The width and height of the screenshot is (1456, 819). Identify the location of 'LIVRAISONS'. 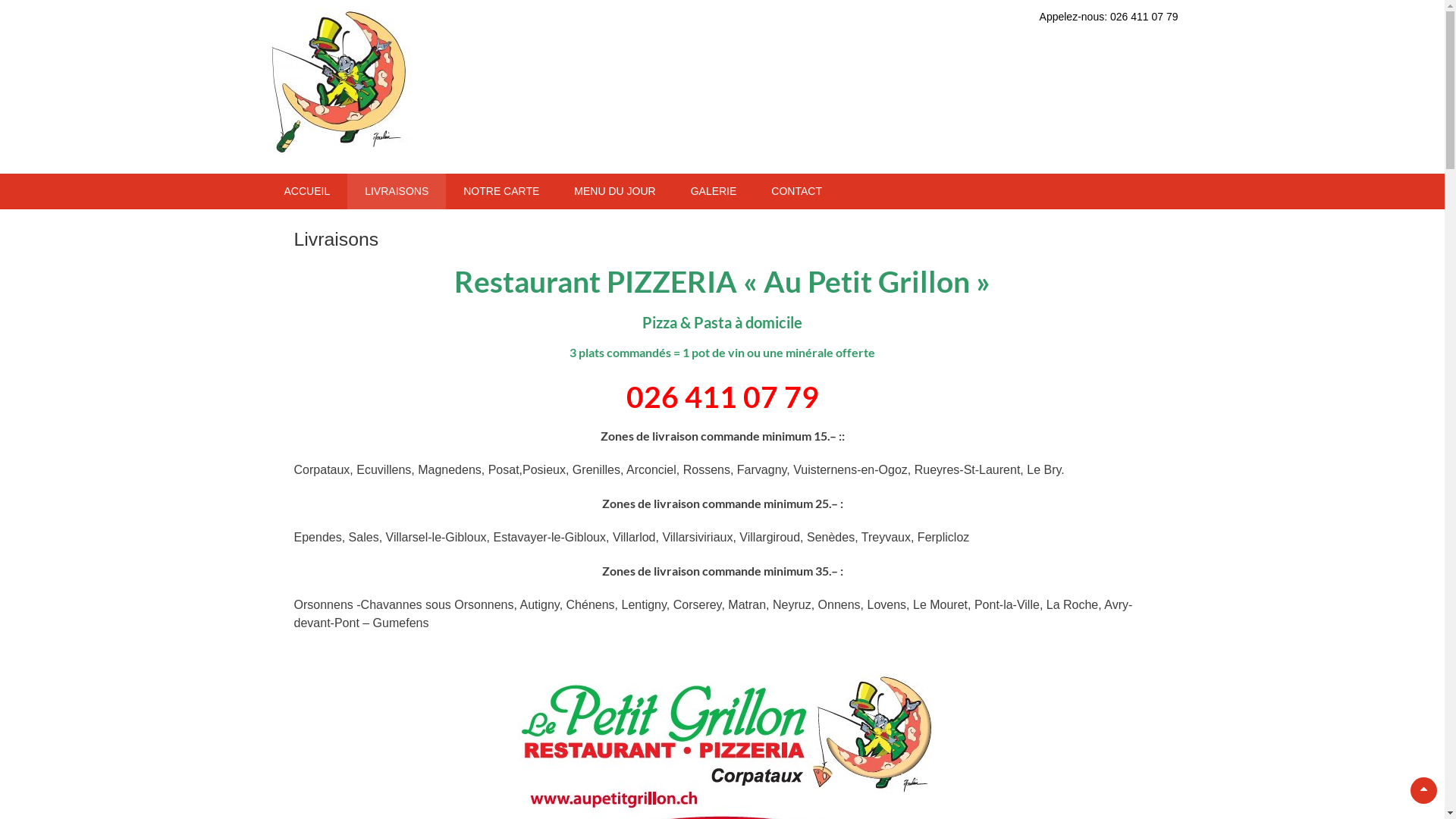
(346, 190).